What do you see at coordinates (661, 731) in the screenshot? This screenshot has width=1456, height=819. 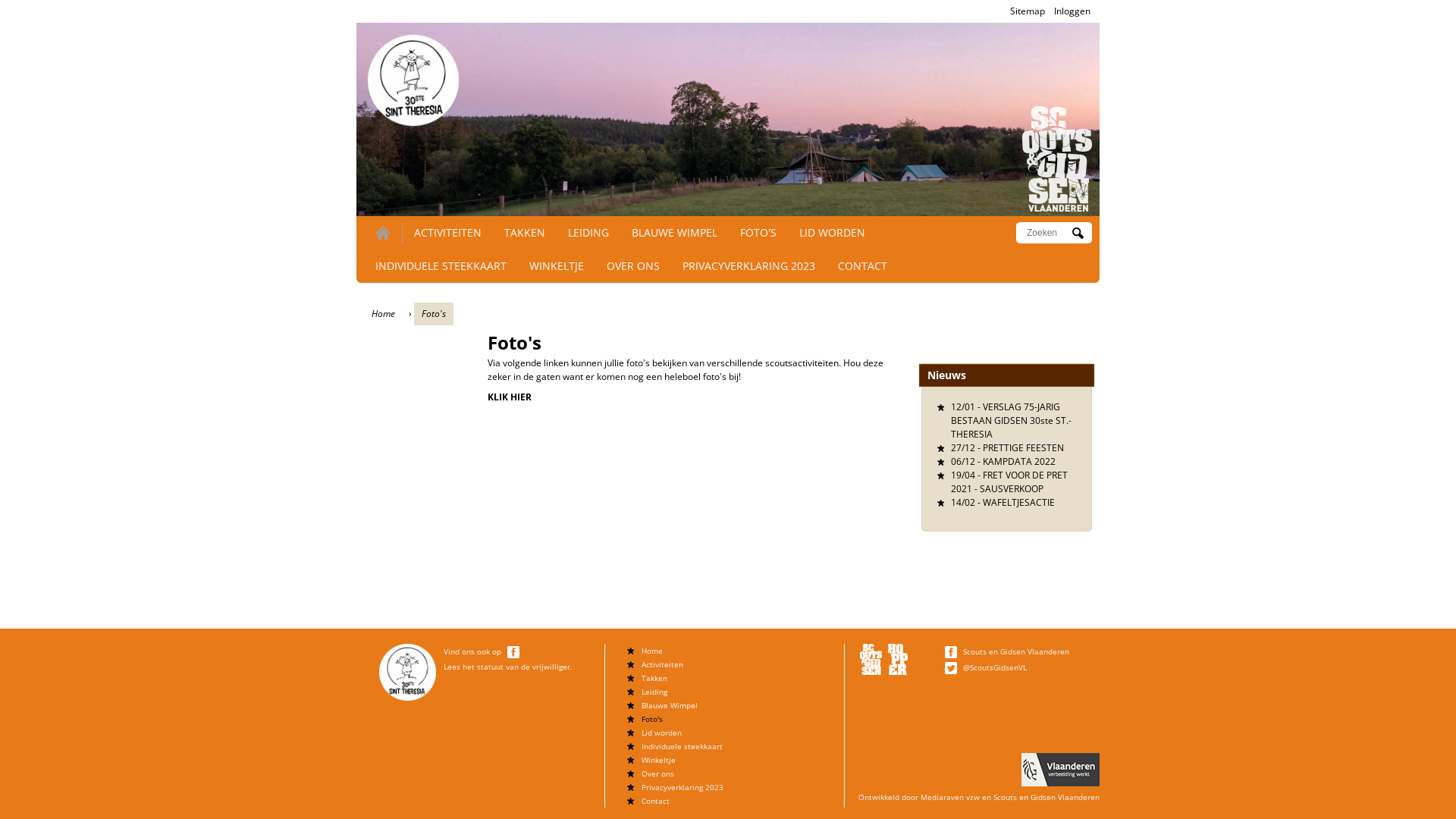 I see `'Lid worden'` at bounding box center [661, 731].